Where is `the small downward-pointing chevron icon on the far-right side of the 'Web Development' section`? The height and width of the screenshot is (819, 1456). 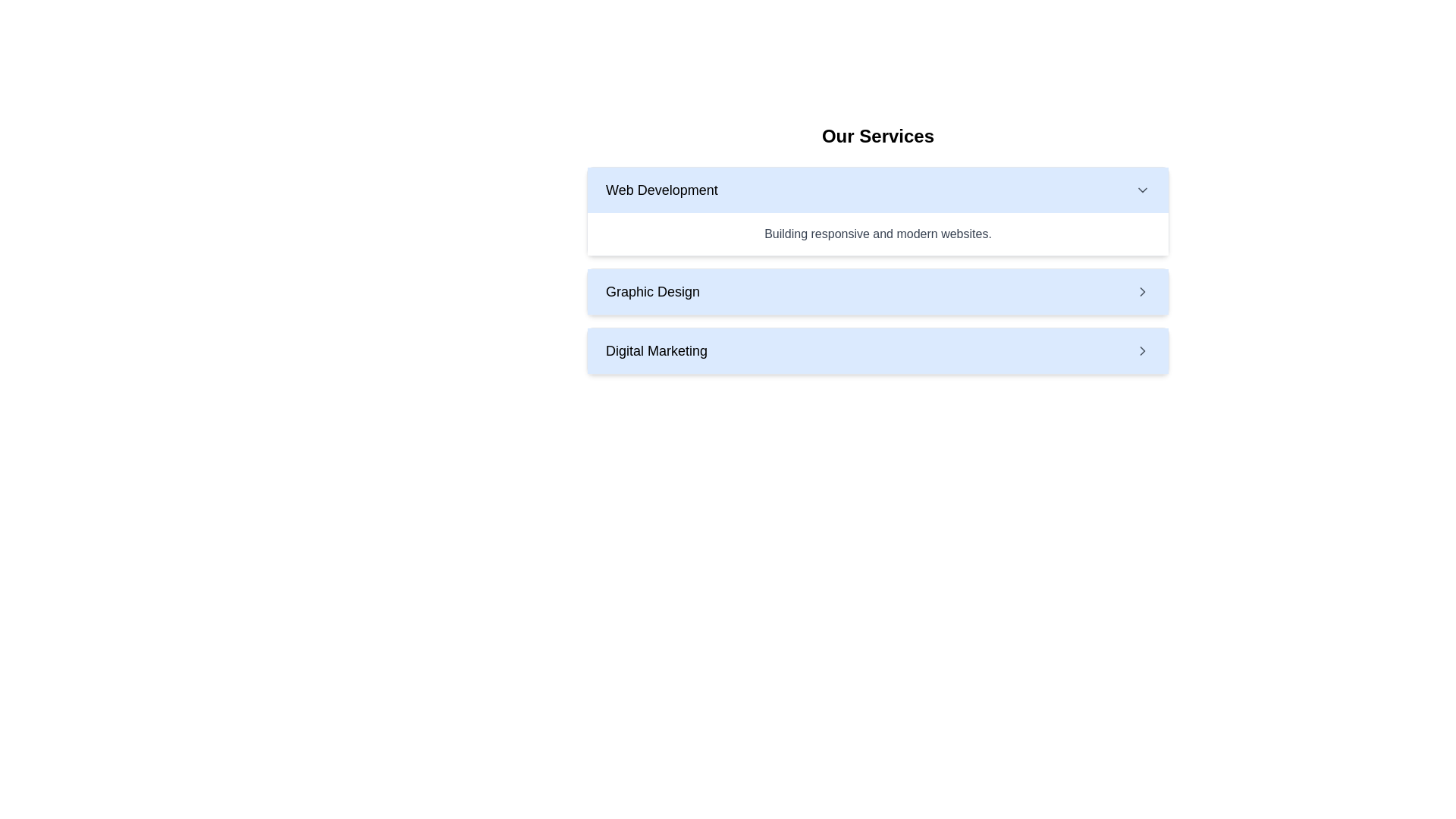 the small downward-pointing chevron icon on the far-right side of the 'Web Development' section is located at coordinates (1143, 189).